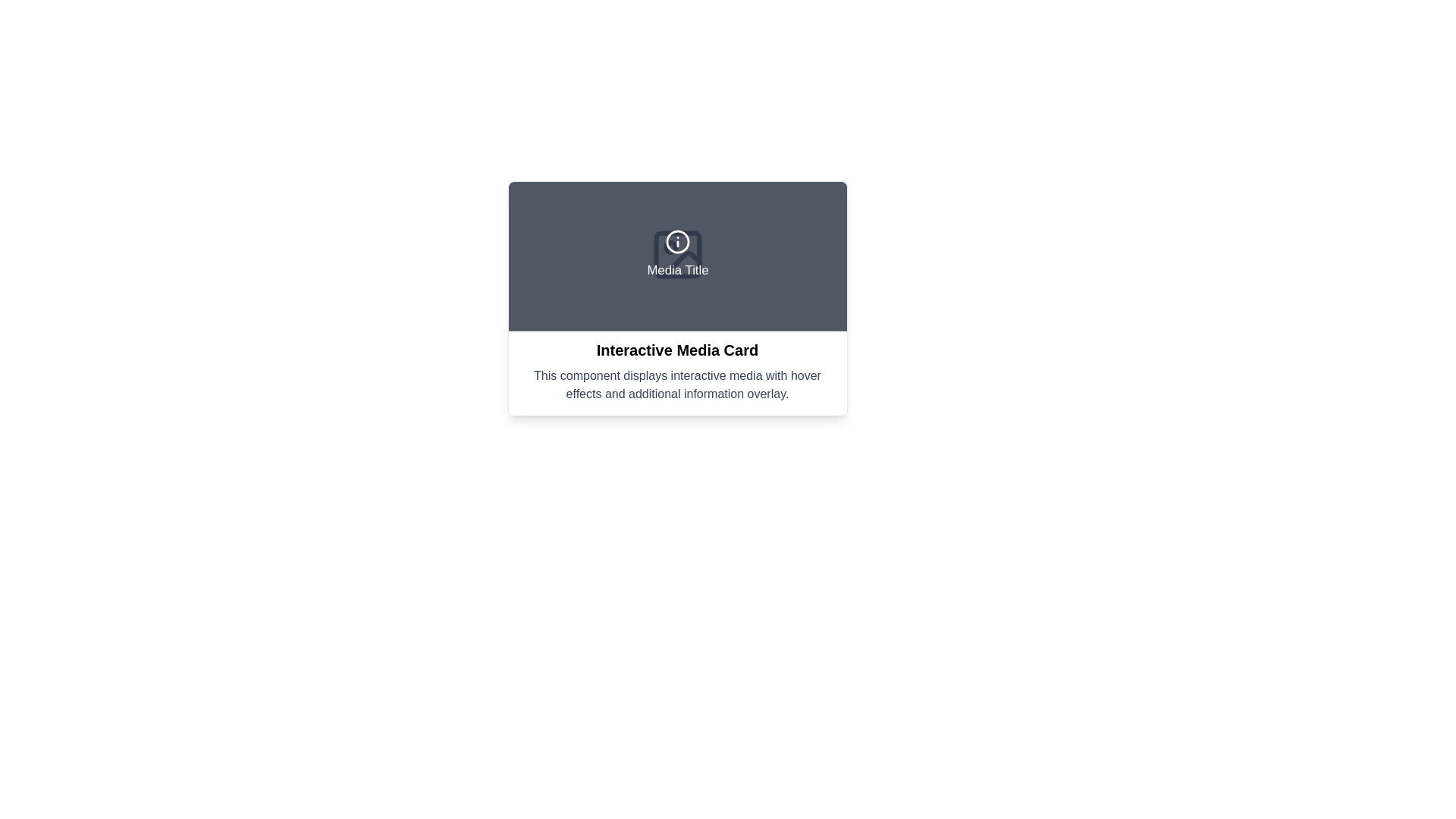 The height and width of the screenshot is (819, 1456). I want to click on the text label displaying 'Media Title' in white font on a dark gray background, so click(676, 270).